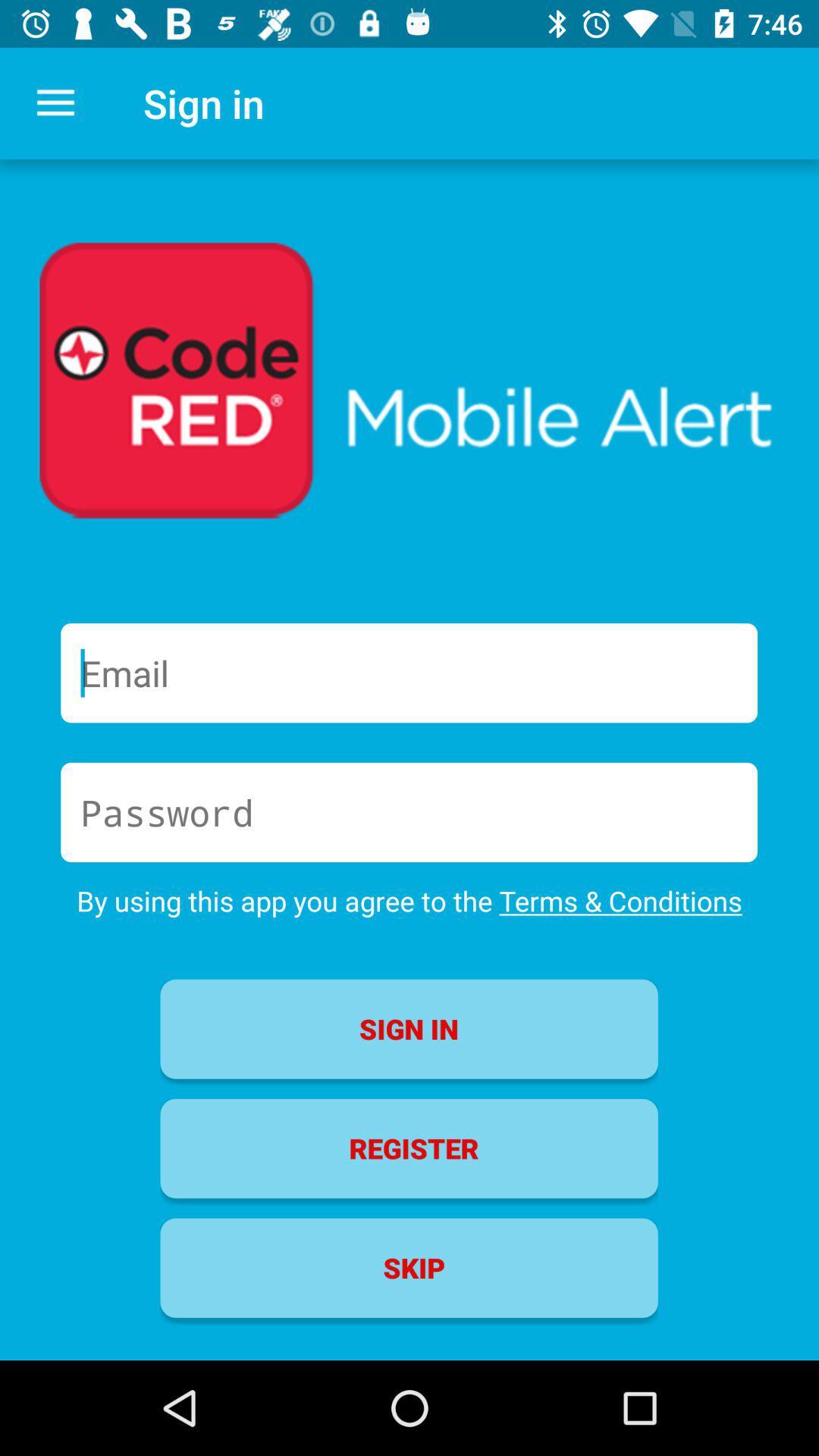 This screenshot has height=1456, width=819. Describe the element at coordinates (55, 102) in the screenshot. I see `the icon next to the sign in icon` at that location.